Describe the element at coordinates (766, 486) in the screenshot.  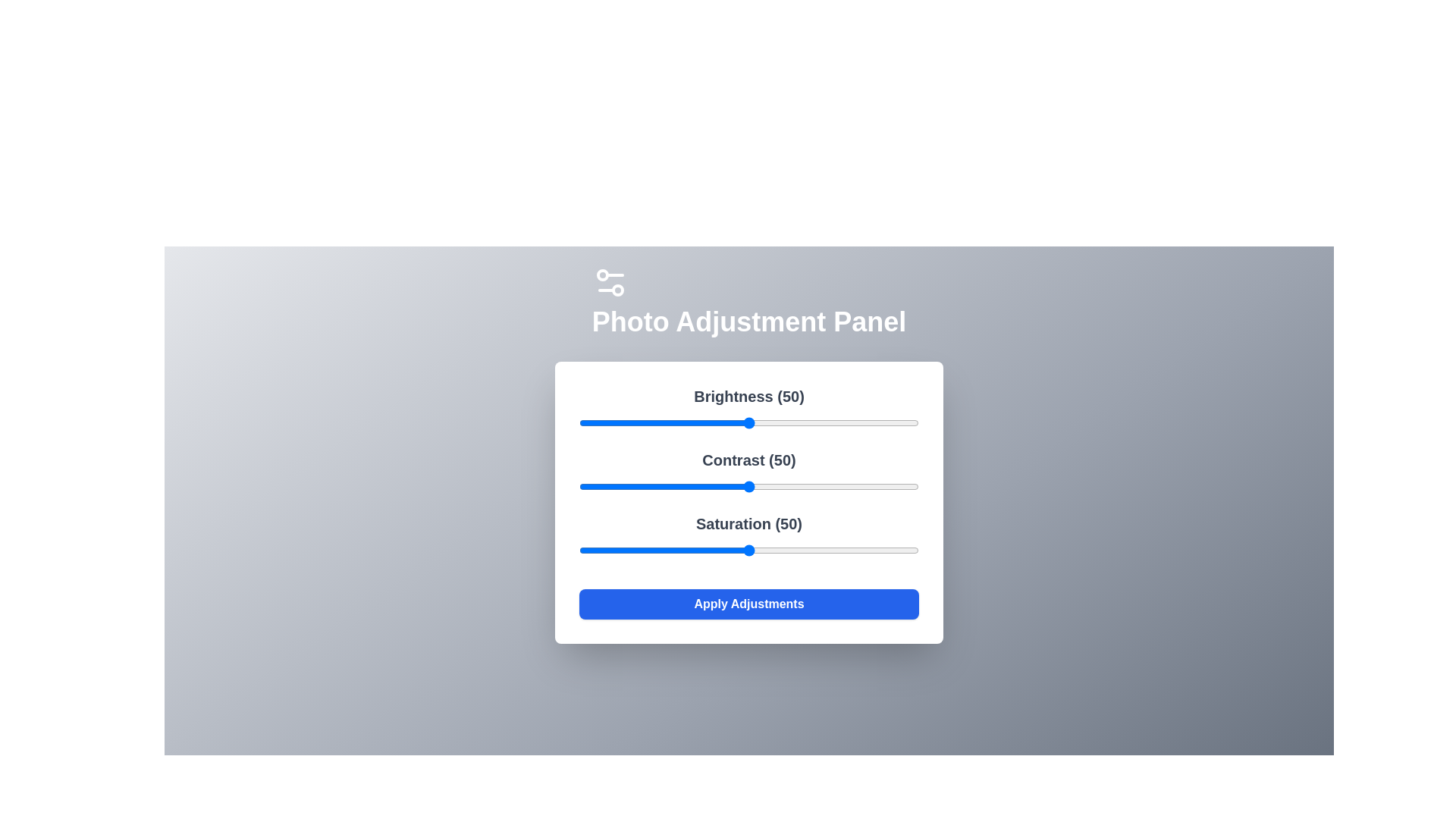
I see `the 1 slider to 55` at that location.